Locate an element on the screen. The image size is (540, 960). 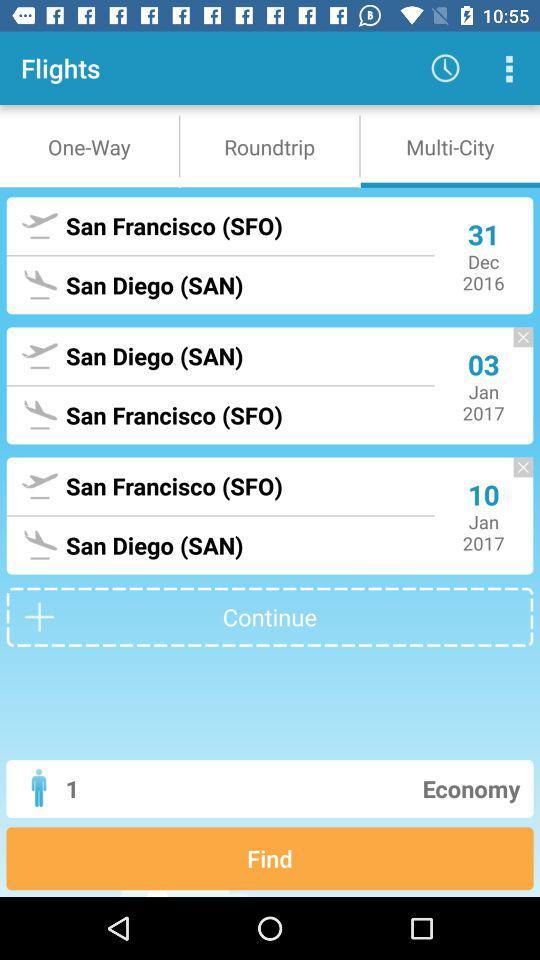
the item next to 1 item is located at coordinates (345, 788).